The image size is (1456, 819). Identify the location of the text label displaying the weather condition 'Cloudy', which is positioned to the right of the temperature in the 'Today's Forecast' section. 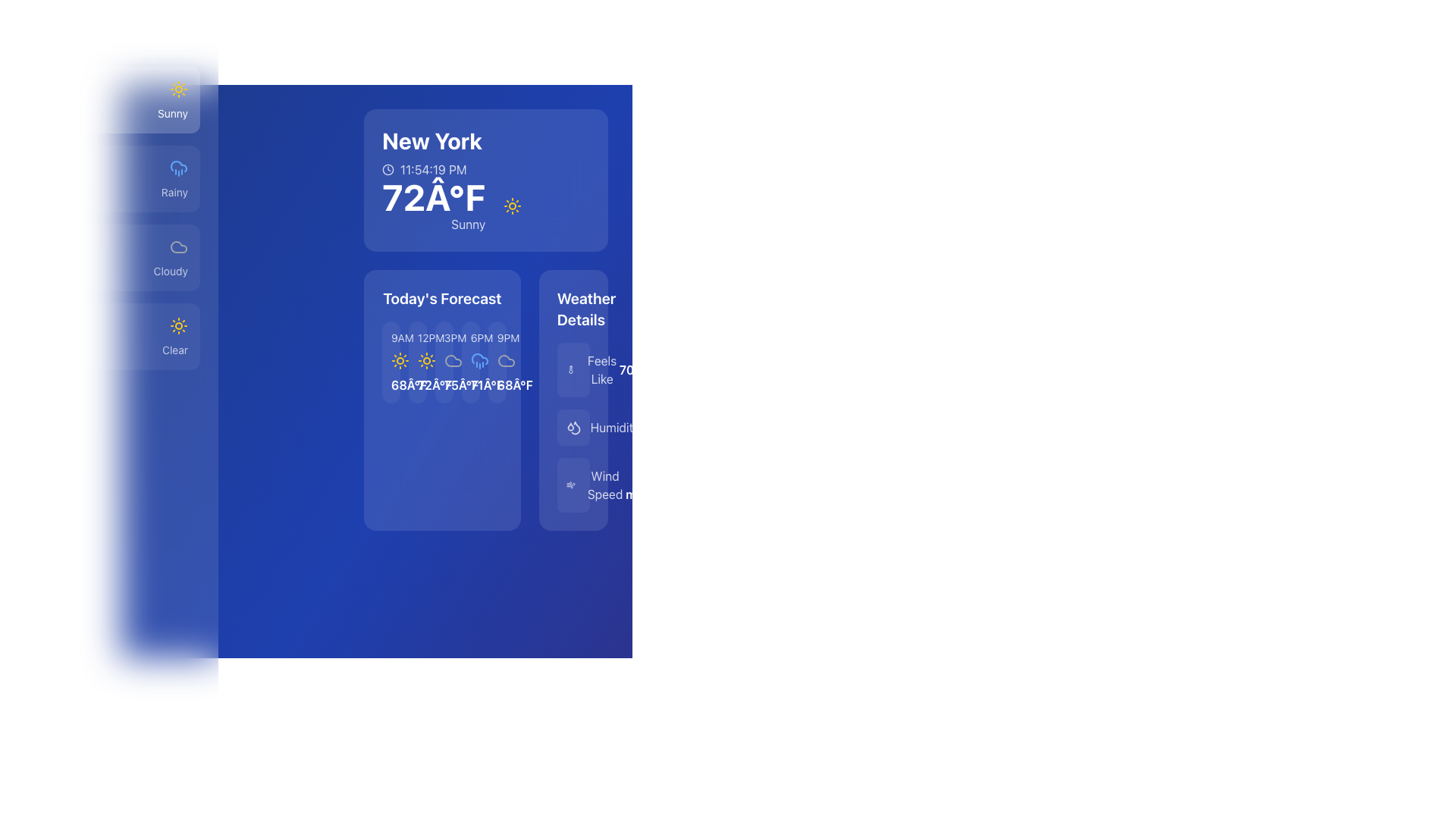
(171, 271).